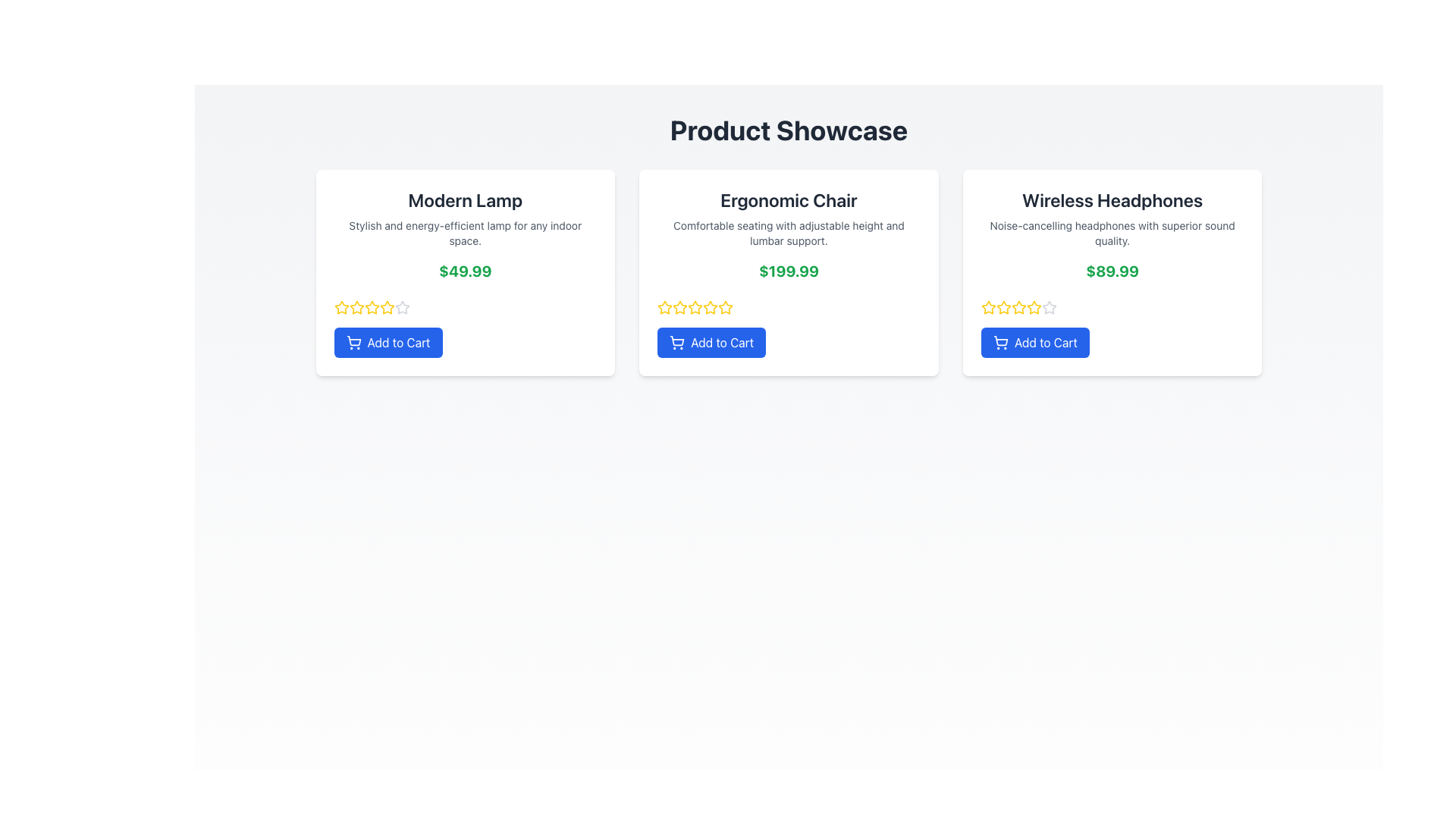 Image resolution: width=1456 pixels, height=819 pixels. What do you see at coordinates (464, 271) in the screenshot?
I see `the bold green text displaying '$49.99' within the product card for the 'Modern Lamp', which is positioned below the product description and above the star ratings` at bounding box center [464, 271].